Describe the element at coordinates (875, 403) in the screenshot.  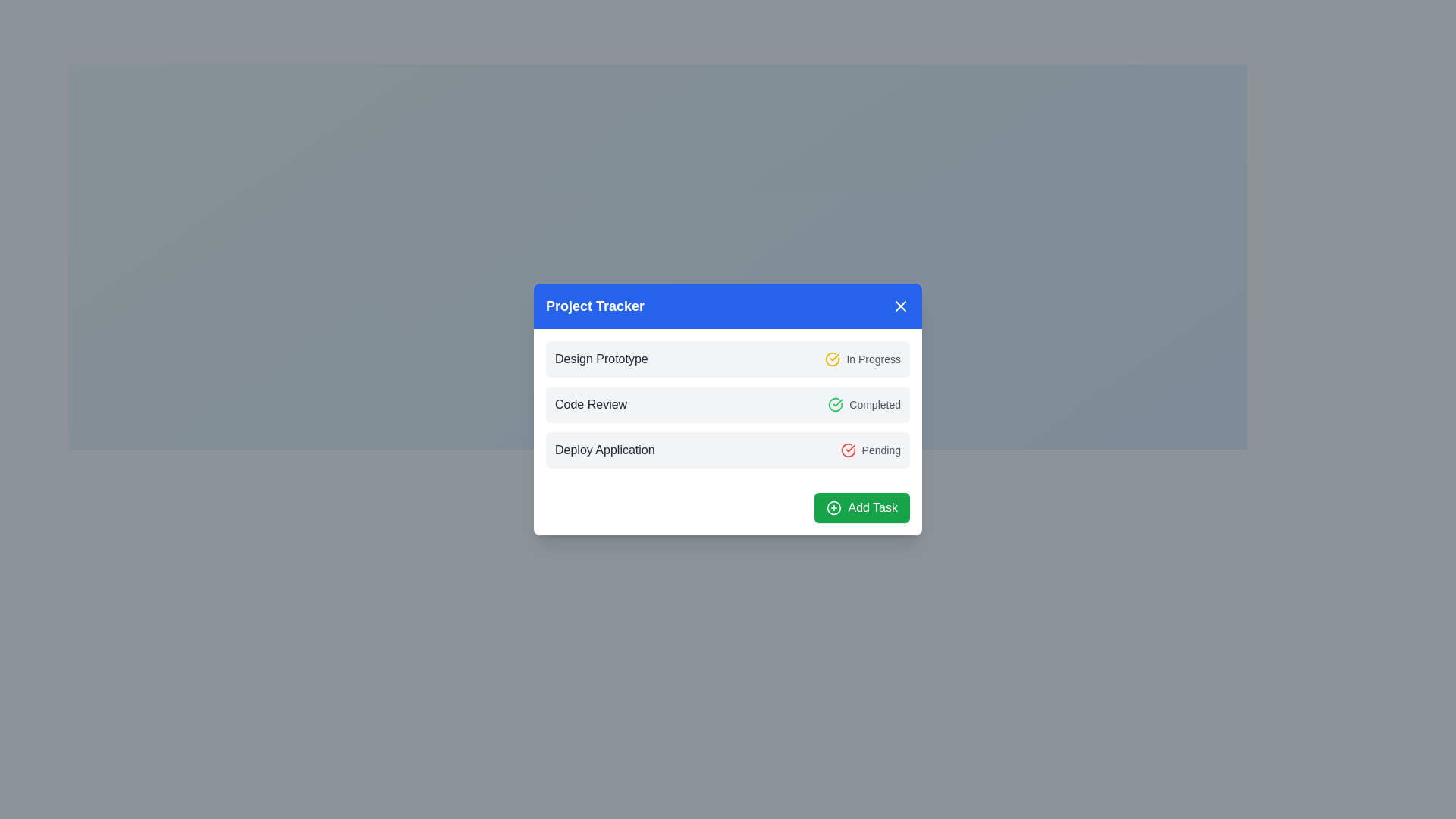
I see `the text label reading 'Completed', which is styled in gray and indicates a status next to a green checkmark icon in the 'Code Review' task interface` at that location.